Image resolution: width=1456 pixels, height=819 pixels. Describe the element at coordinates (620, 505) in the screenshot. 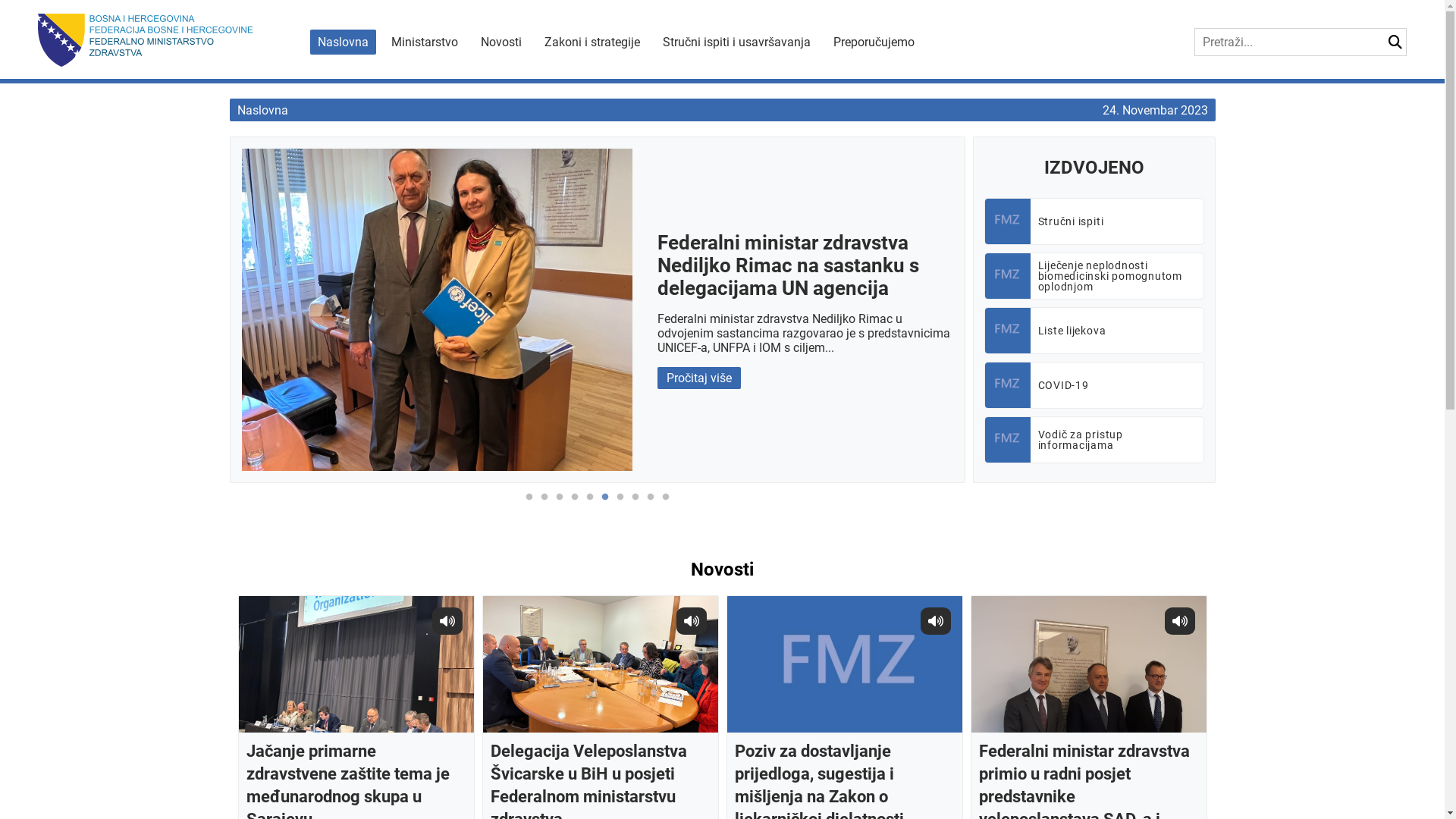

I see `'7'` at that location.